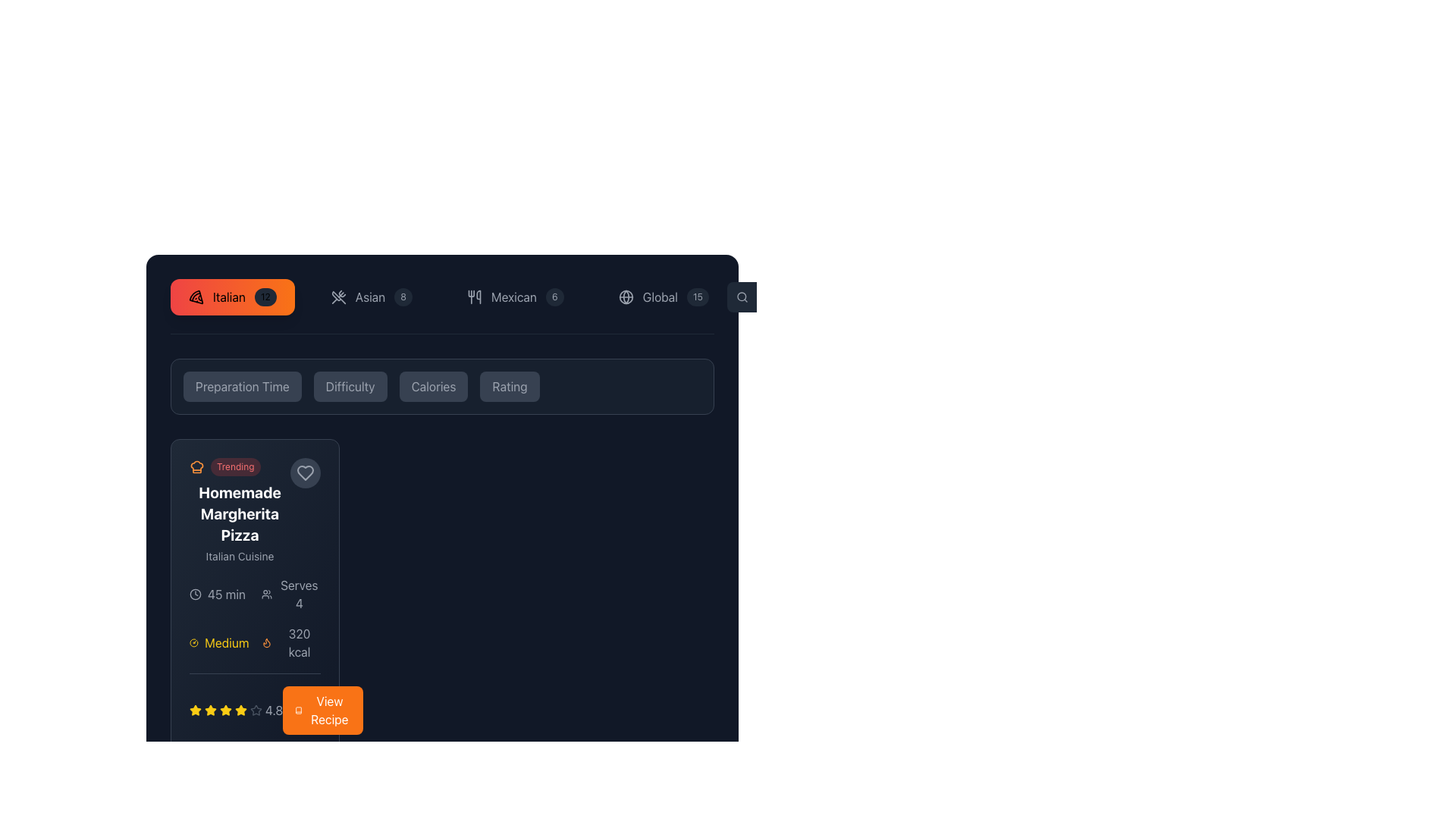 The height and width of the screenshot is (819, 1456). Describe the element at coordinates (210, 711) in the screenshot. I see `the third star icon in the five-star rating system located below the recipe card, next to the rating value of '4.8'` at that location.